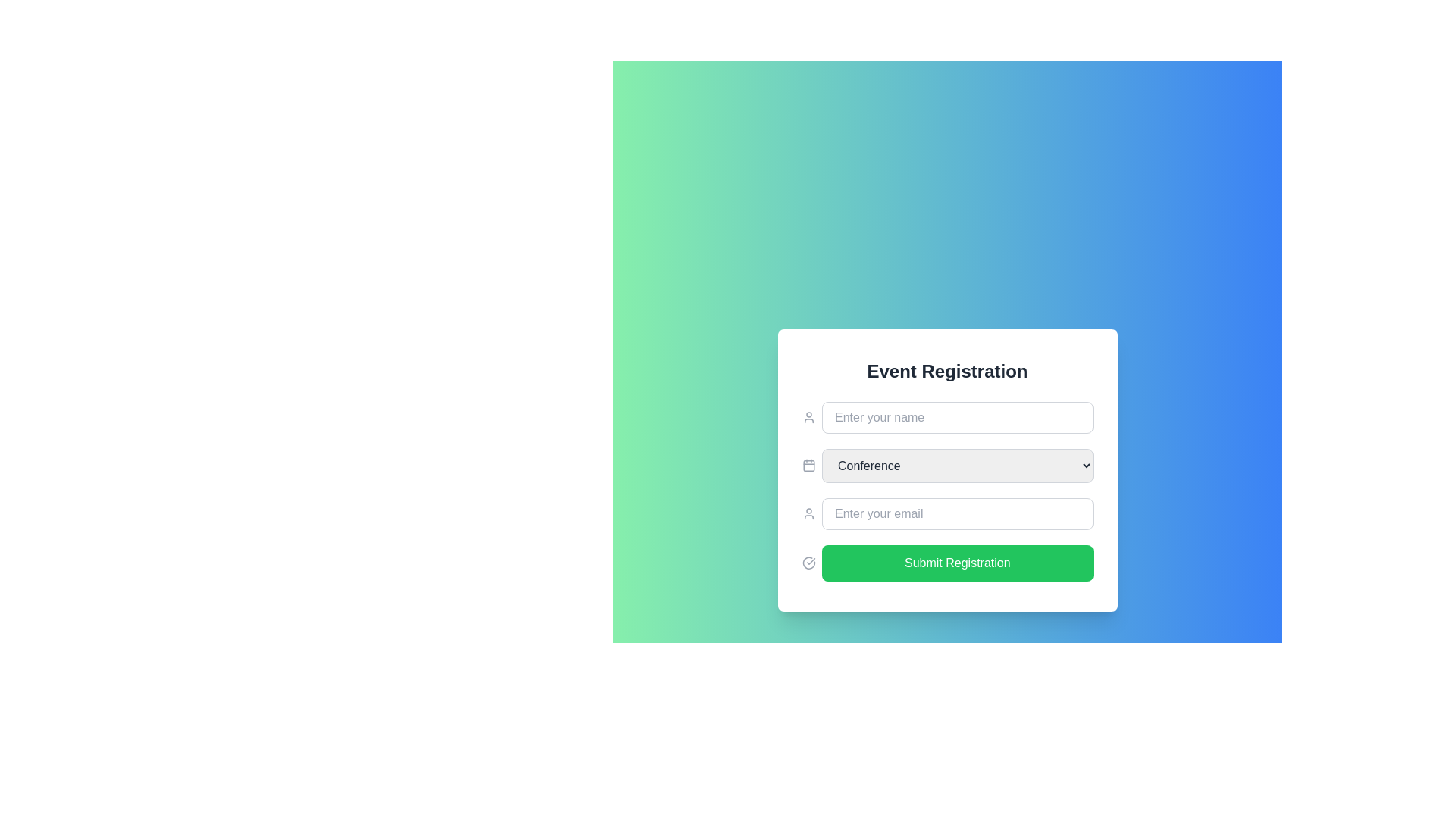 This screenshot has height=819, width=1456. Describe the element at coordinates (946, 563) in the screenshot. I see `the prominently styled green button labeled 'Submit Registration'` at that location.